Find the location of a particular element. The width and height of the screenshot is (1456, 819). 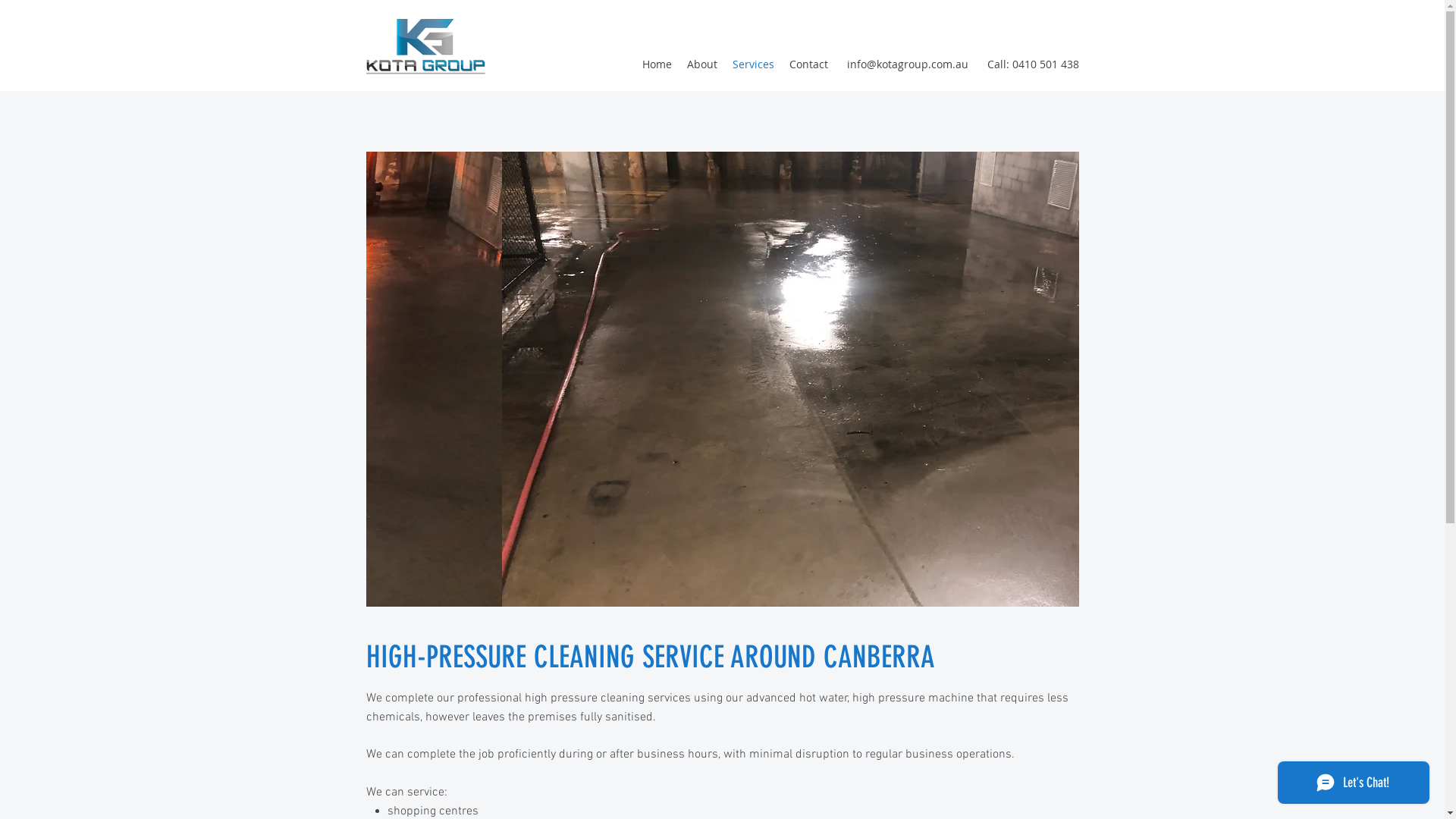

'Services' is located at coordinates (753, 63).